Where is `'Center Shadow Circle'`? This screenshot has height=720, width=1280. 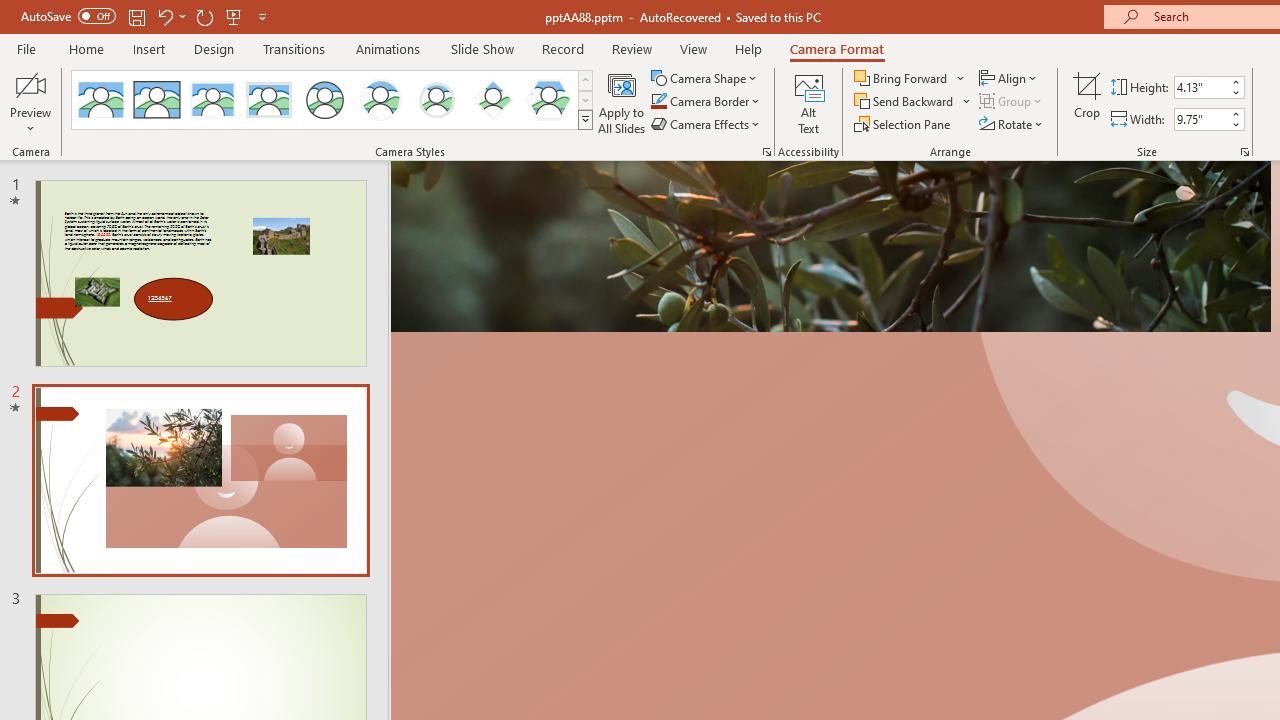
'Center Shadow Circle' is located at coordinates (381, 100).